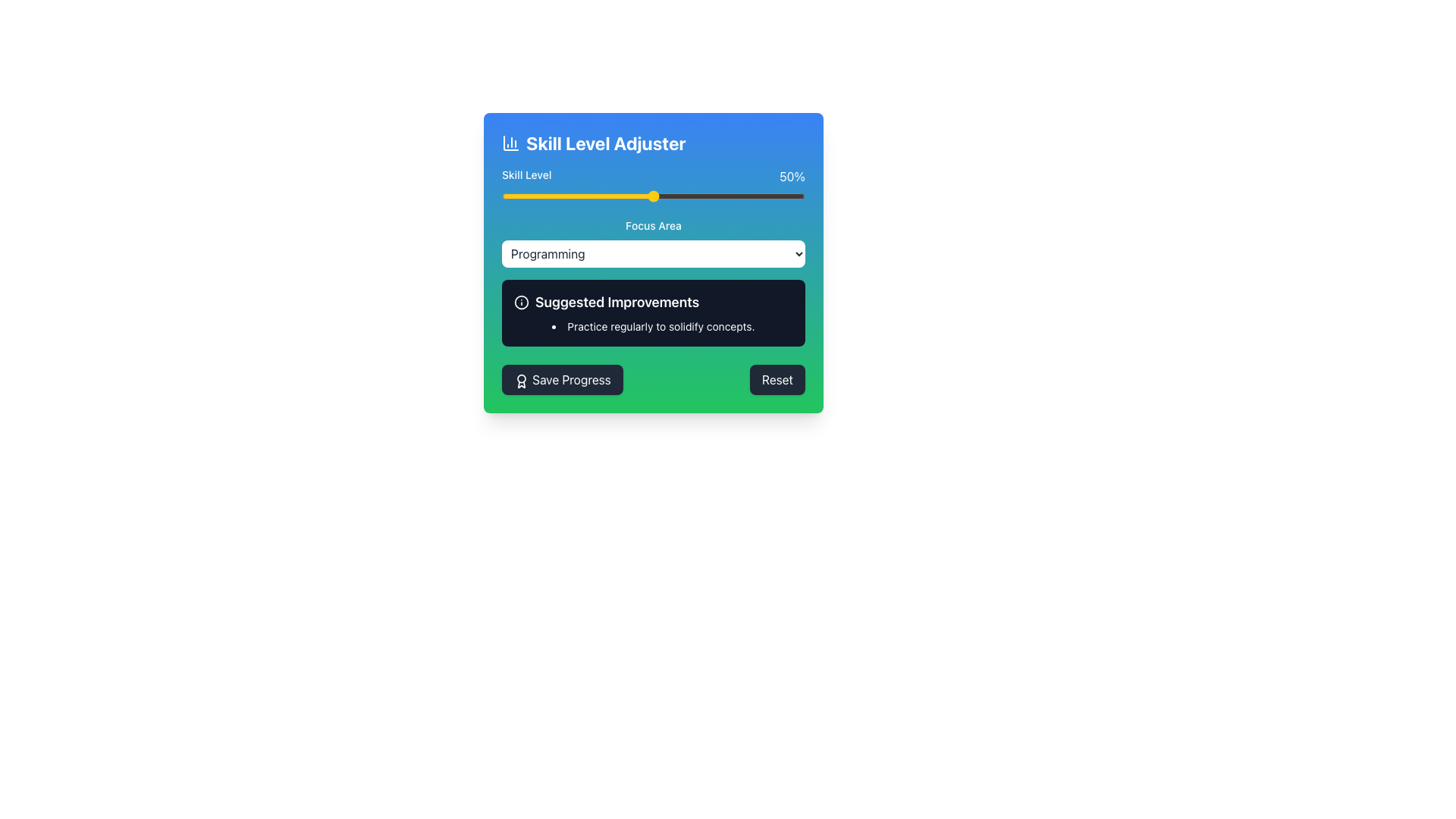  I want to click on the 'Save Progress' button, which is a rounded rectangular button with a white label and a dark gray background, located at the bottom-left corner of the component area, so click(561, 379).